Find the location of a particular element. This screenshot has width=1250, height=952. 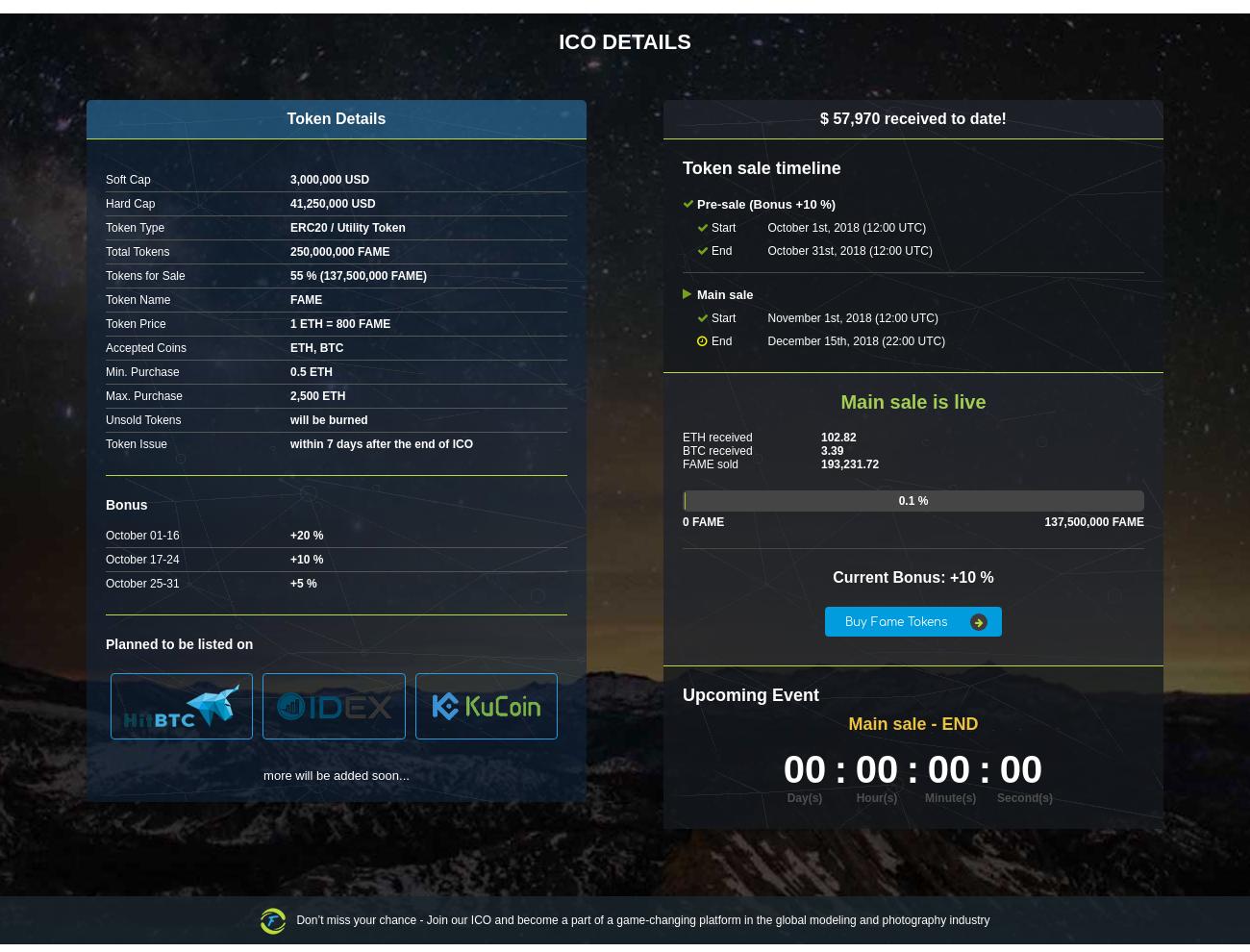

'October 17-24' is located at coordinates (140, 560).